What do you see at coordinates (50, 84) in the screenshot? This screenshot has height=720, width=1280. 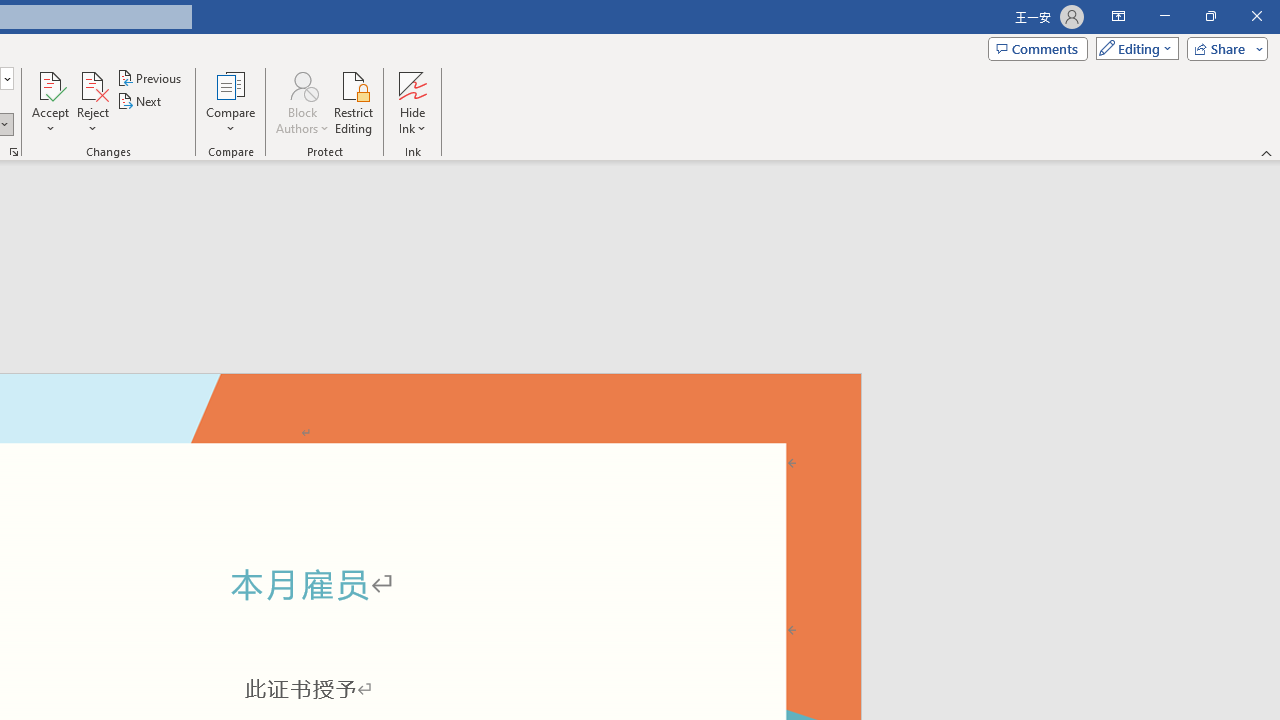 I see `'Accept and Move to Next'` at bounding box center [50, 84].